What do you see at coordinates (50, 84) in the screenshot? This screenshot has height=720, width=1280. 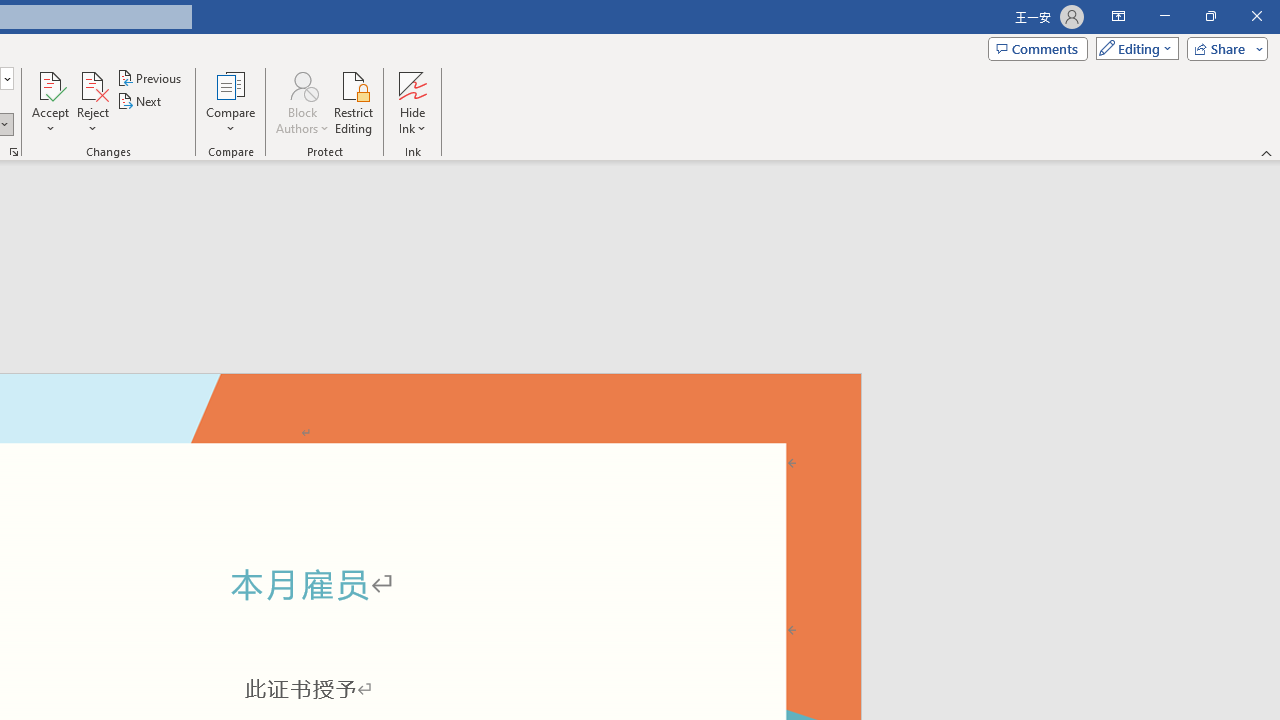 I see `'Accept and Move to Next'` at bounding box center [50, 84].